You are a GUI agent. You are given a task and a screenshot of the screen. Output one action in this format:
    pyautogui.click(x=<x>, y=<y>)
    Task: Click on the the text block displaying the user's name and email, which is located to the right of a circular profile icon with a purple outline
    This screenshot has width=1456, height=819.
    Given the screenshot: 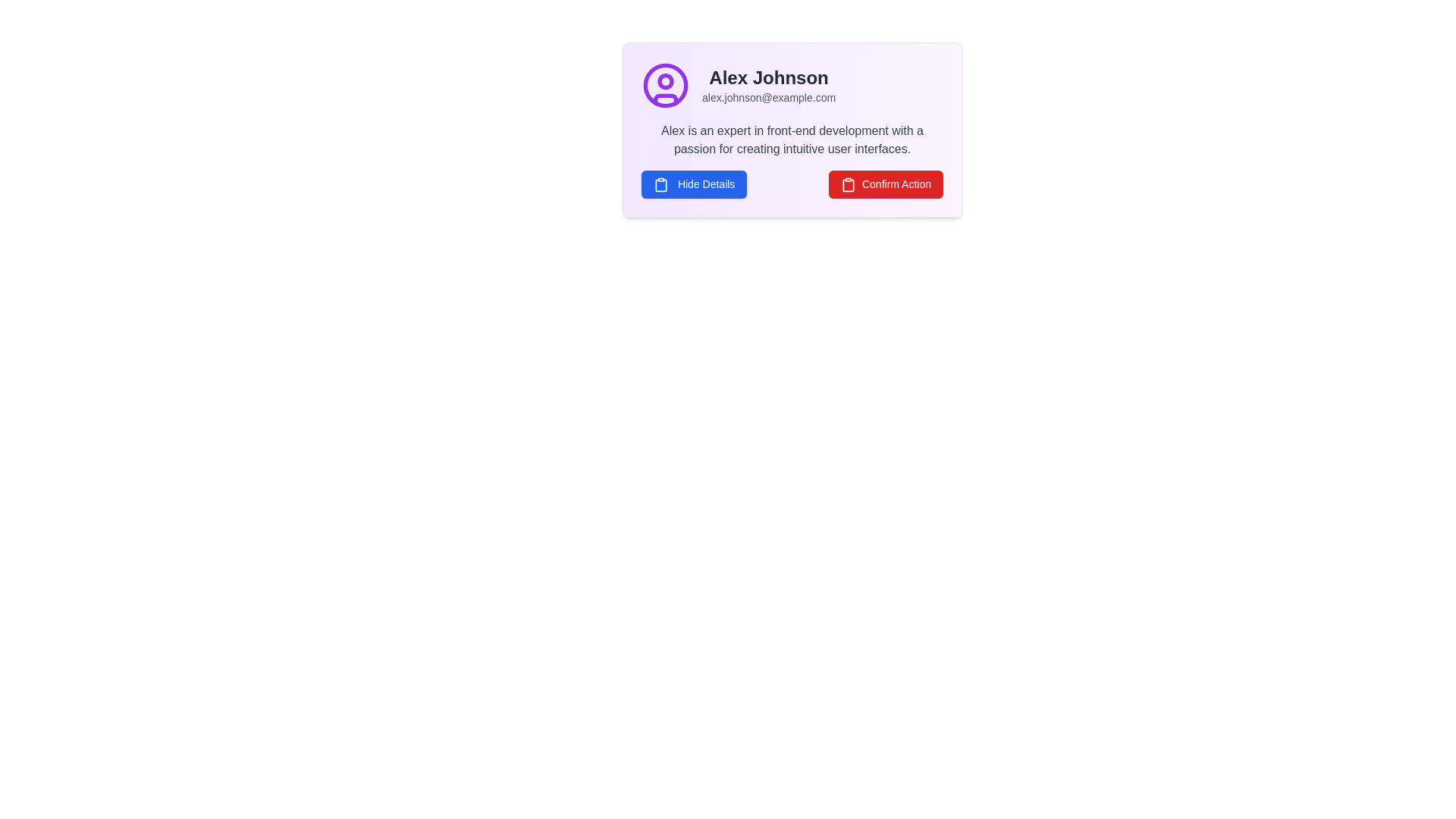 What is the action you would take?
    pyautogui.click(x=769, y=85)
    